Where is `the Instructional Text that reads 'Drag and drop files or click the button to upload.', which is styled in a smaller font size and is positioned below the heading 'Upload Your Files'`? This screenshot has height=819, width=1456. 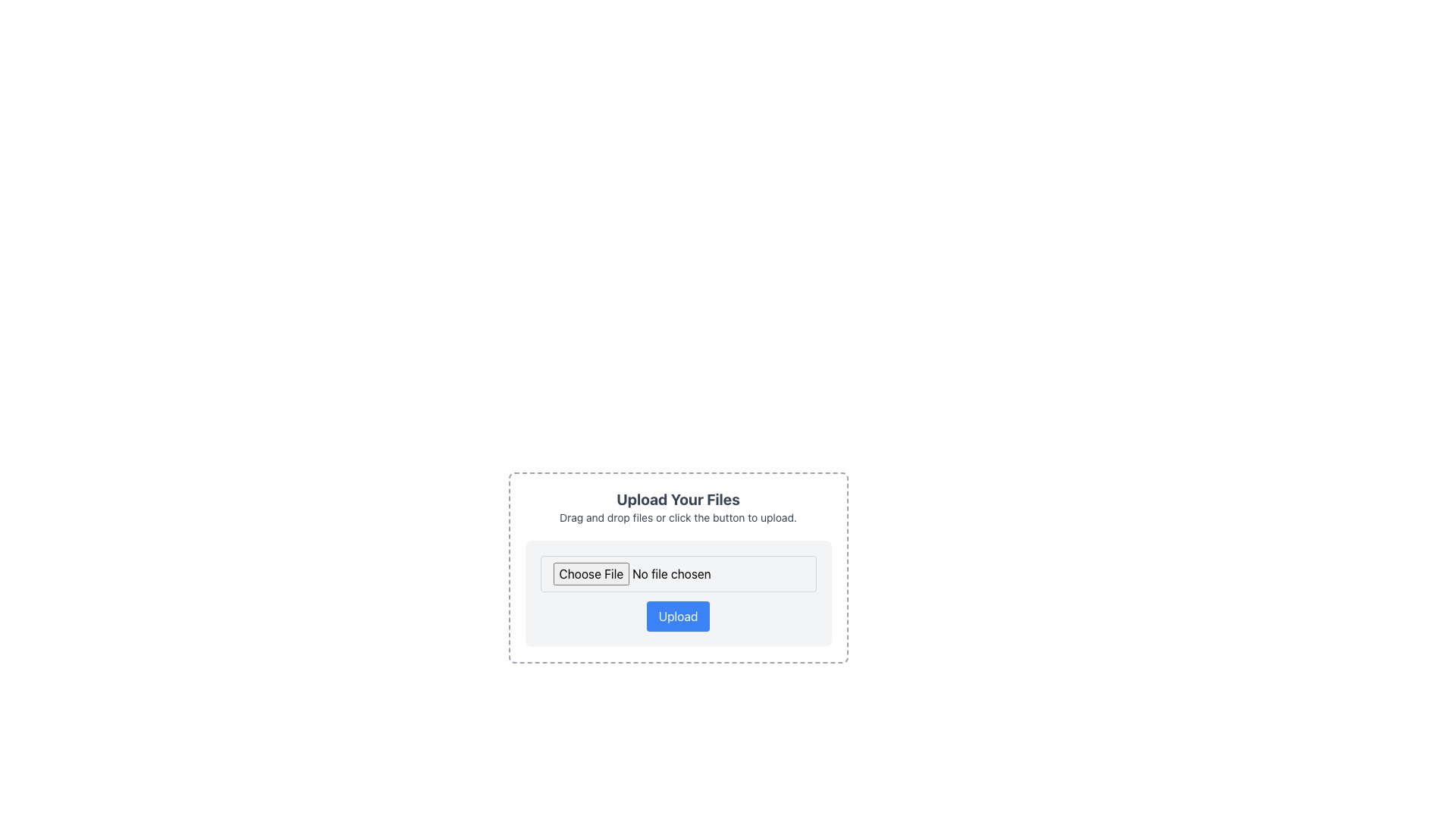
the Instructional Text that reads 'Drag and drop files or click the button to upload.', which is styled in a smaller font size and is positioned below the heading 'Upload Your Files' is located at coordinates (677, 516).